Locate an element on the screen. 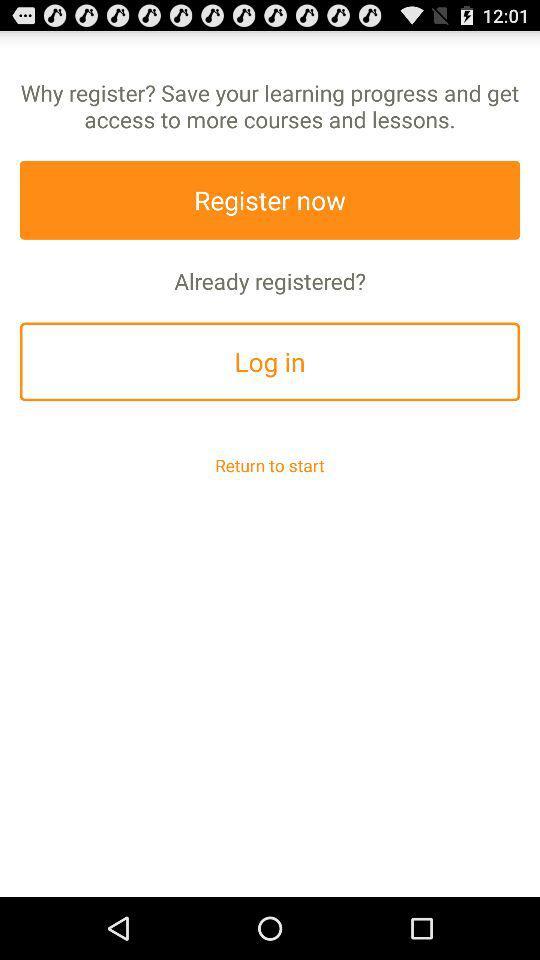 This screenshot has width=540, height=960. app below log in item is located at coordinates (270, 465).